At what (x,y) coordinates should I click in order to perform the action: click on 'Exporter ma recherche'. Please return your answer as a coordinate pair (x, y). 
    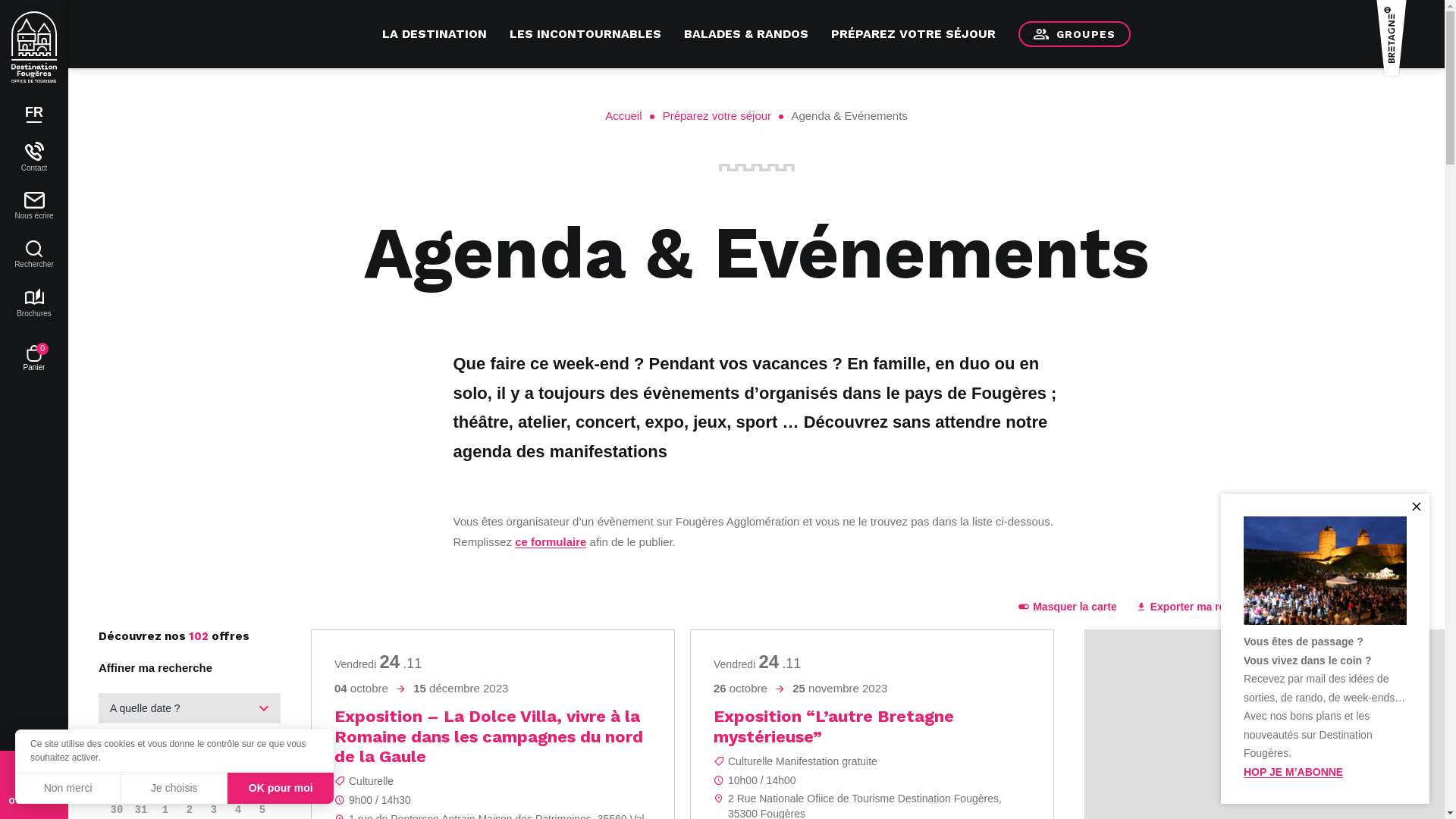
    Looking at the image, I should click on (1135, 606).